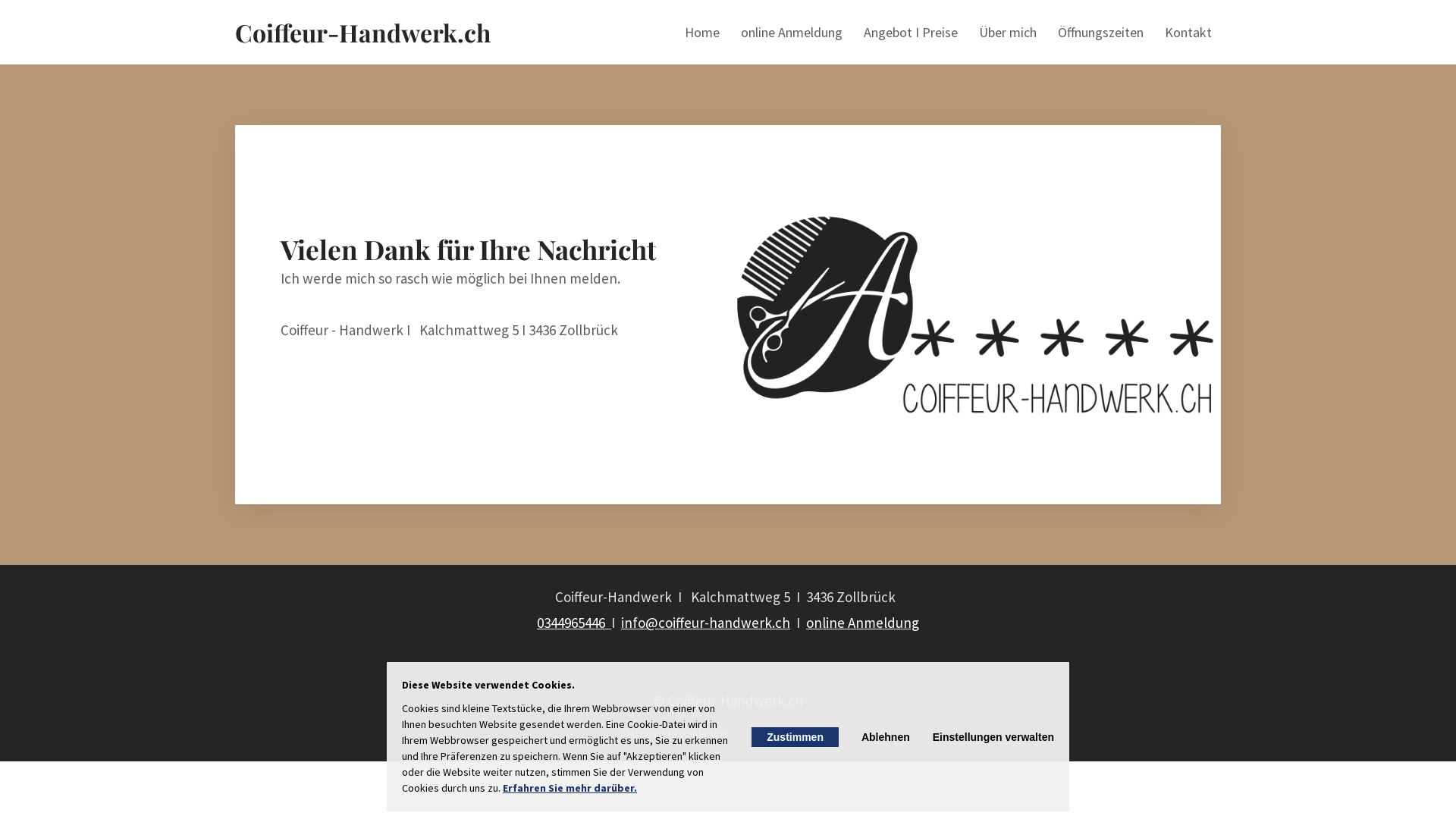 The width and height of the screenshot is (1456, 819). I want to click on 'Home', so click(701, 32).